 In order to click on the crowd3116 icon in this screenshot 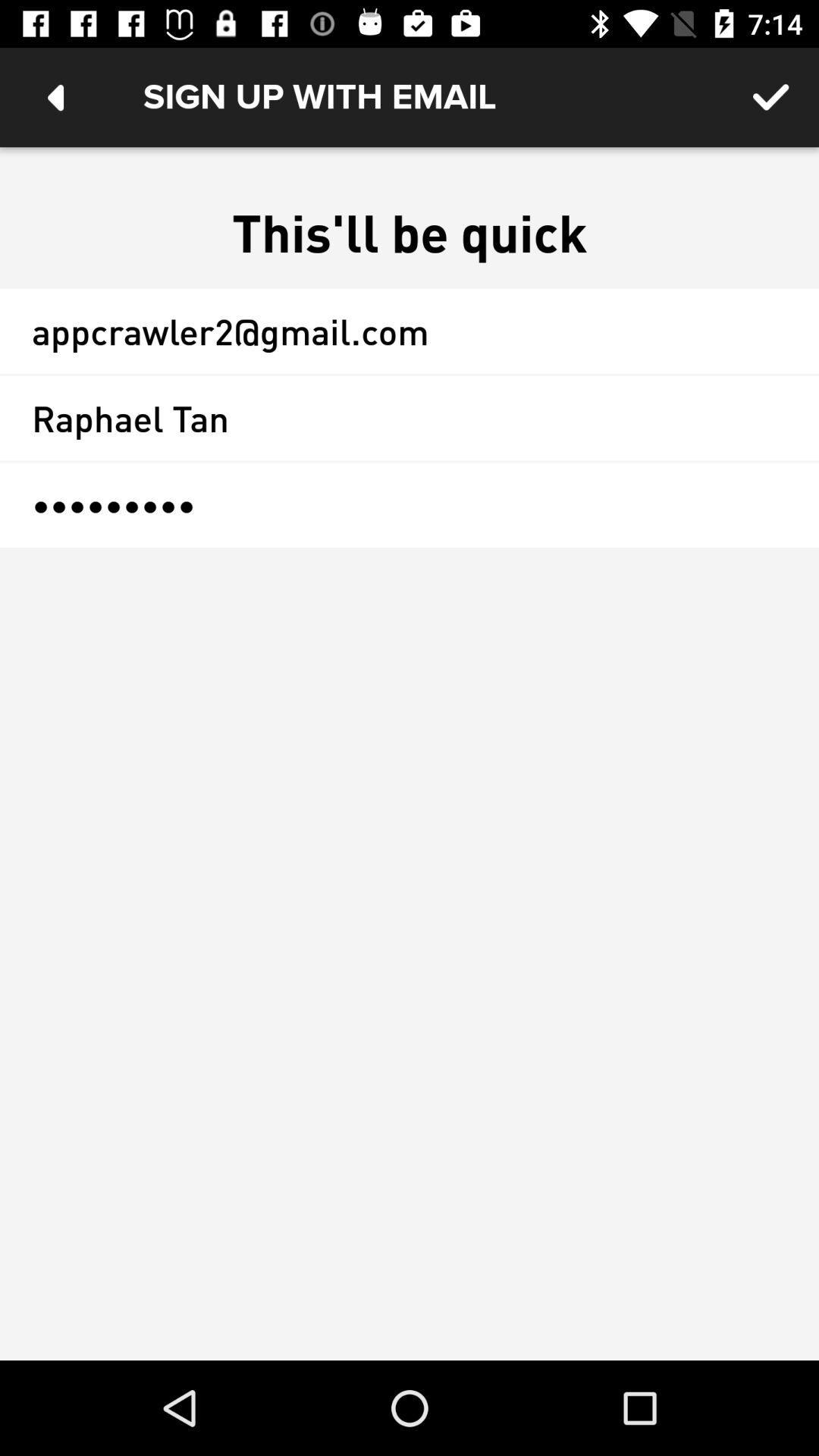, I will do `click(409, 505)`.